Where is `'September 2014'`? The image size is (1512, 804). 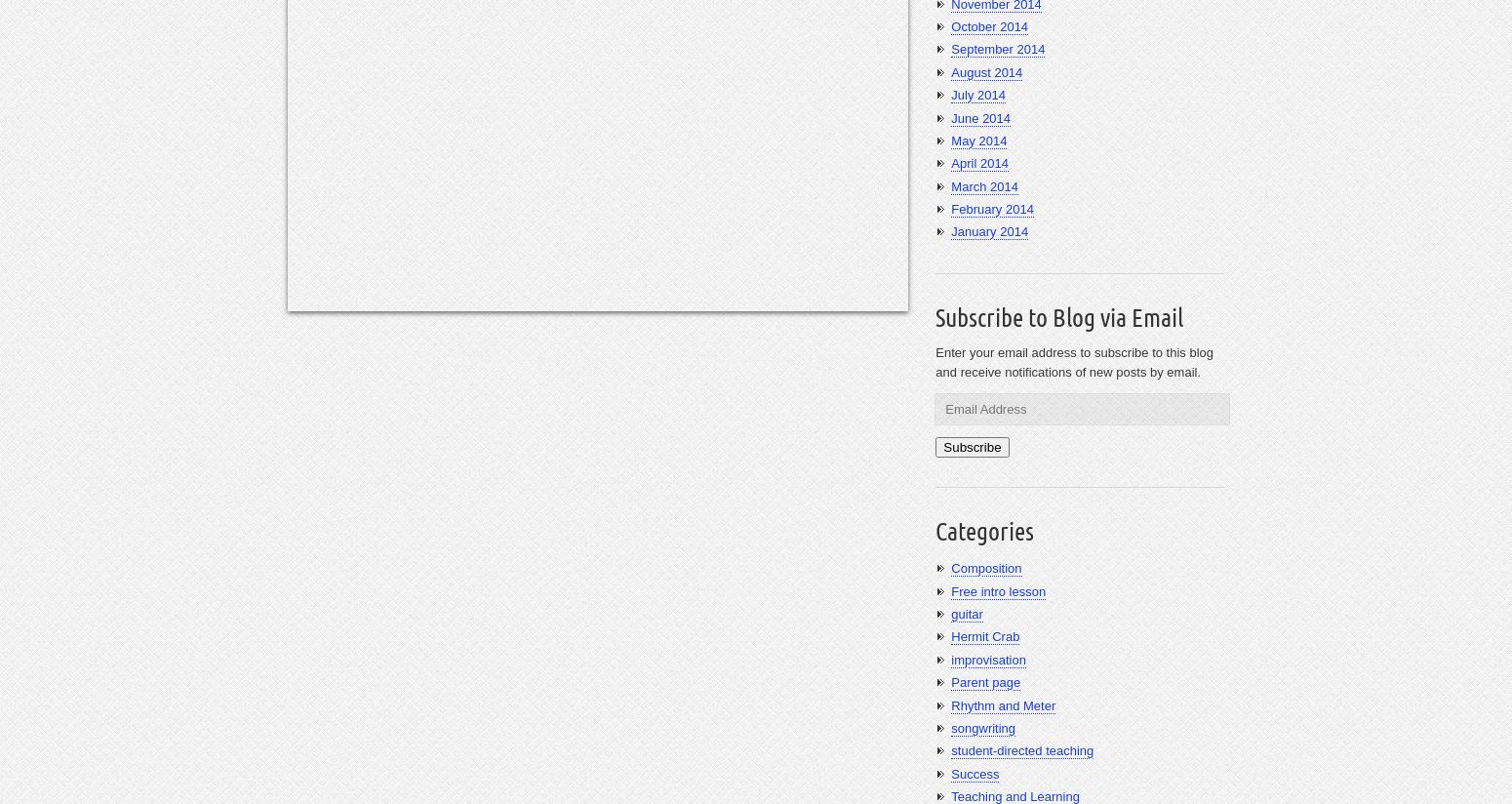
'September 2014' is located at coordinates (949, 49).